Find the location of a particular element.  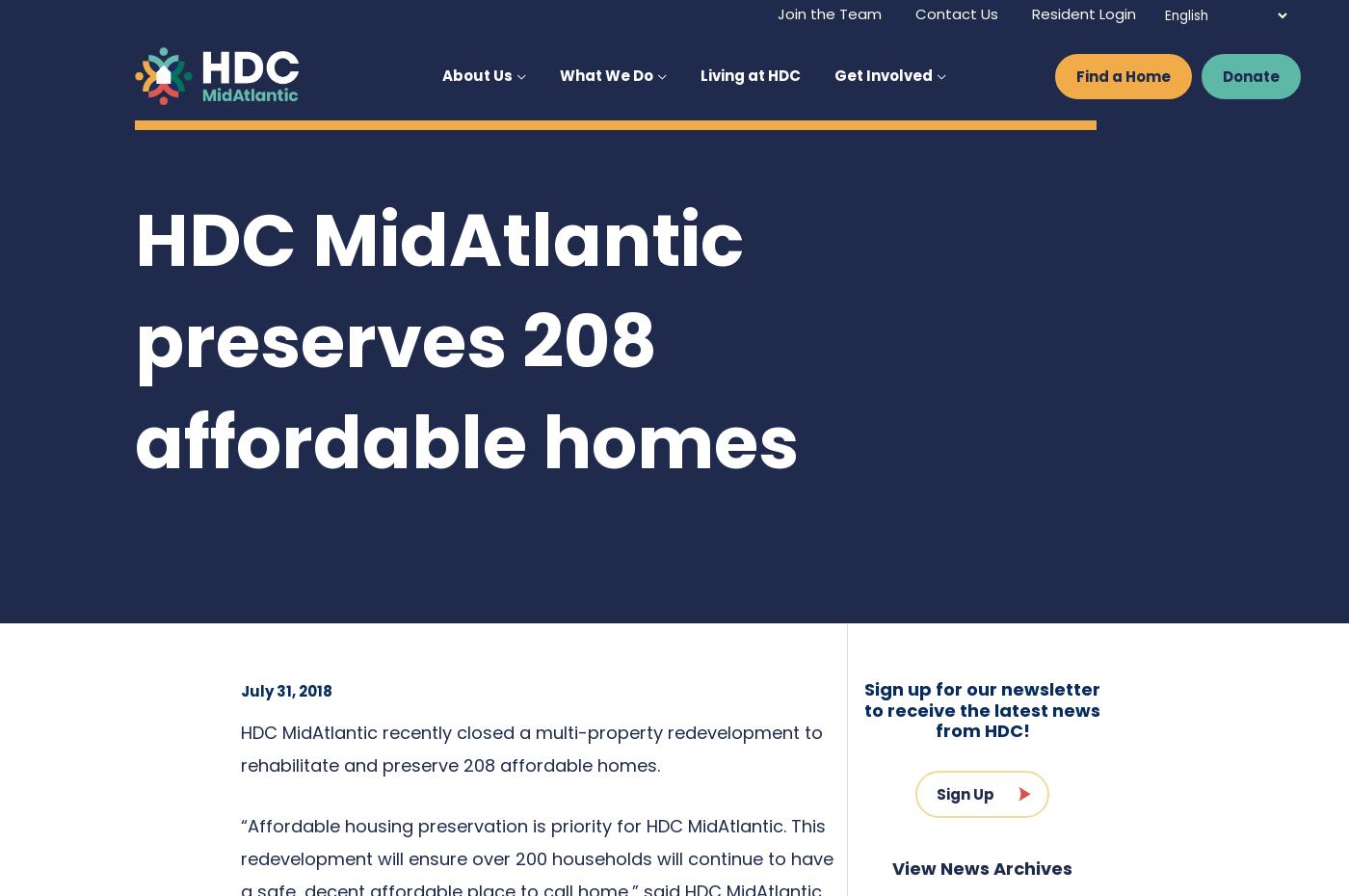

'Find a Home' is located at coordinates (1124, 75).